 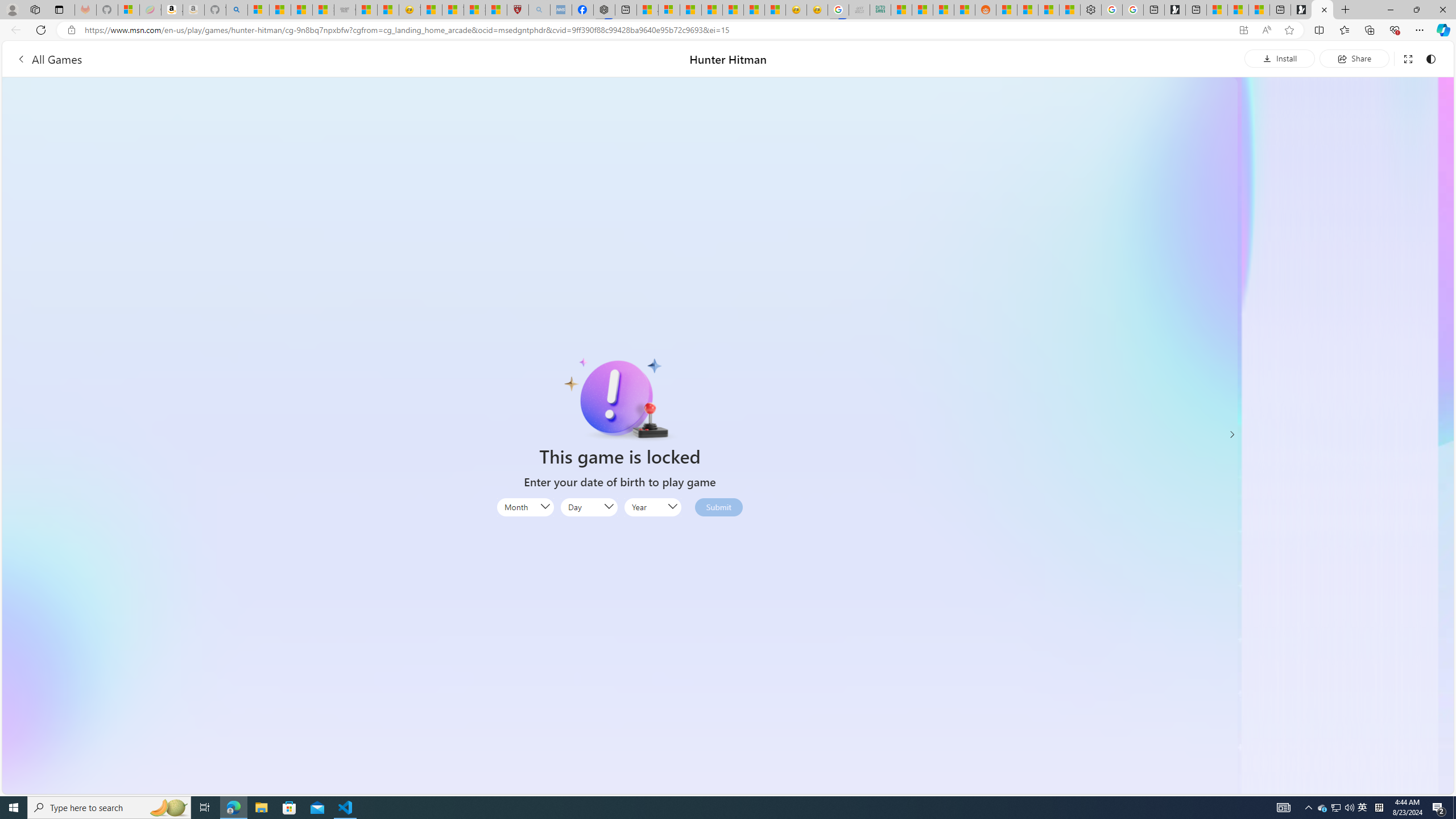 I want to click on 'list of asthma inhalers uk - Search - Sleeping', so click(x=539, y=9).